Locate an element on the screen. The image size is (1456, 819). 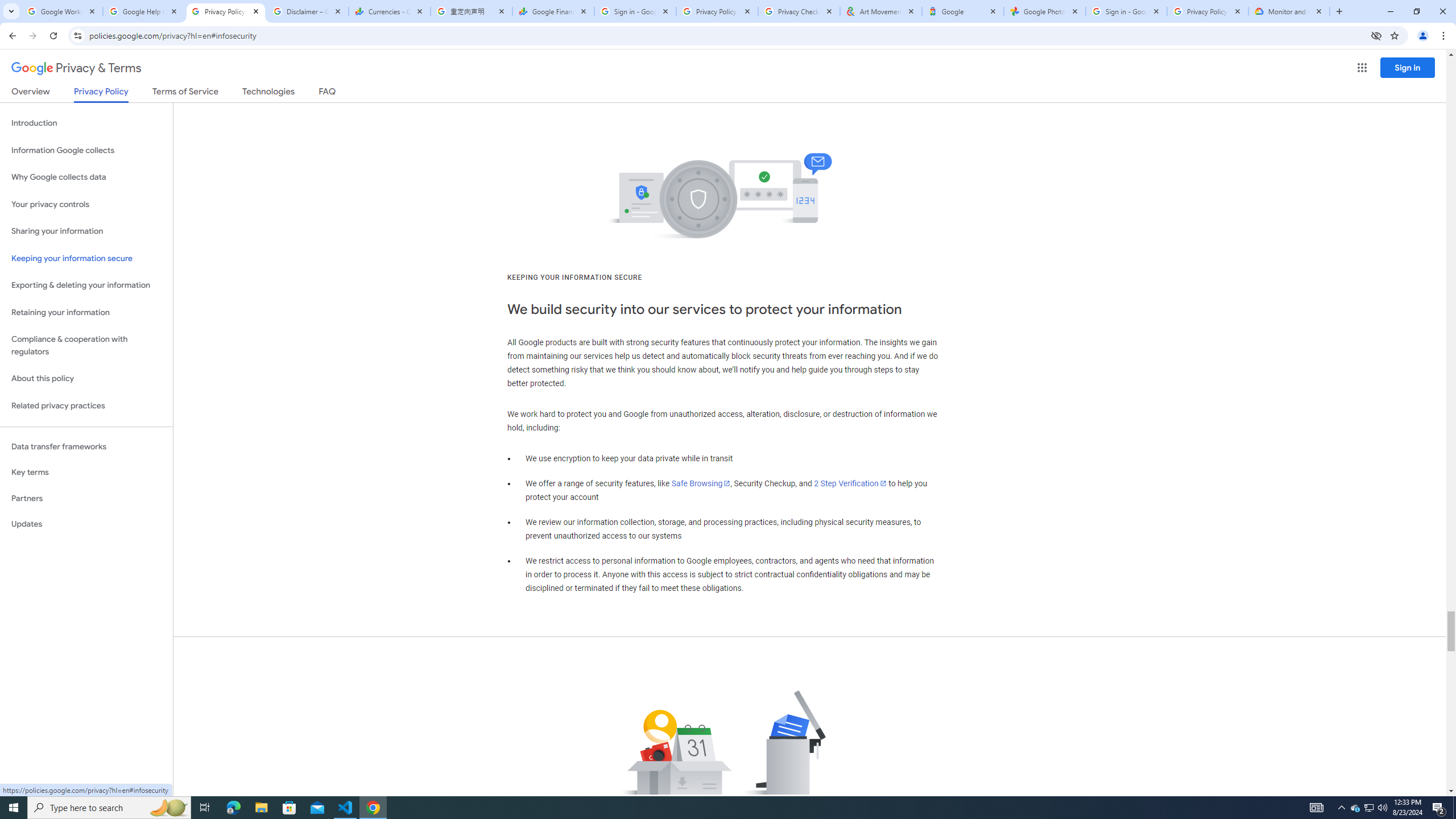
'Data transfer frameworks' is located at coordinates (86, 446).